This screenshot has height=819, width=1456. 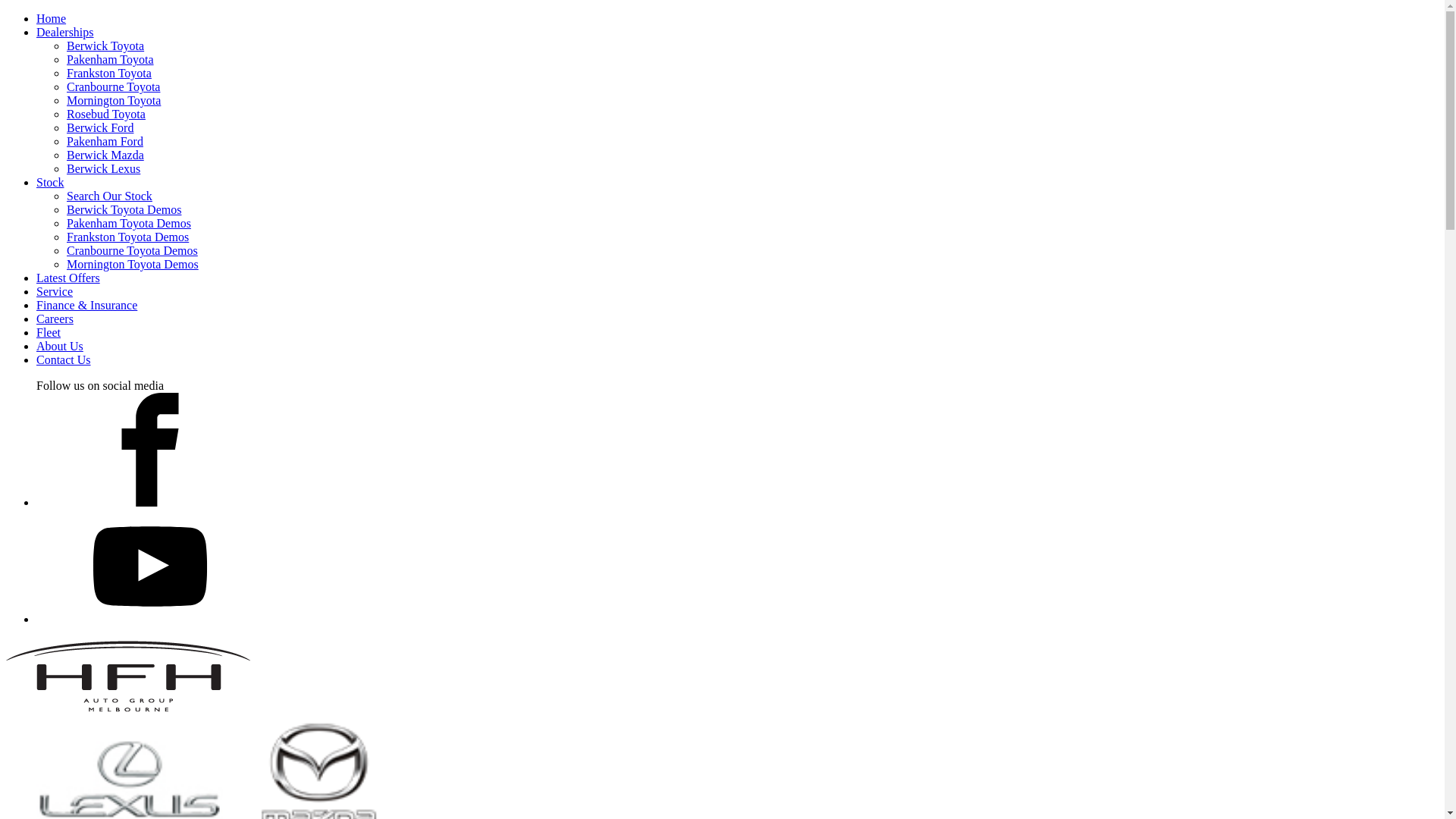 What do you see at coordinates (36, 359) in the screenshot?
I see `'Contact Us'` at bounding box center [36, 359].